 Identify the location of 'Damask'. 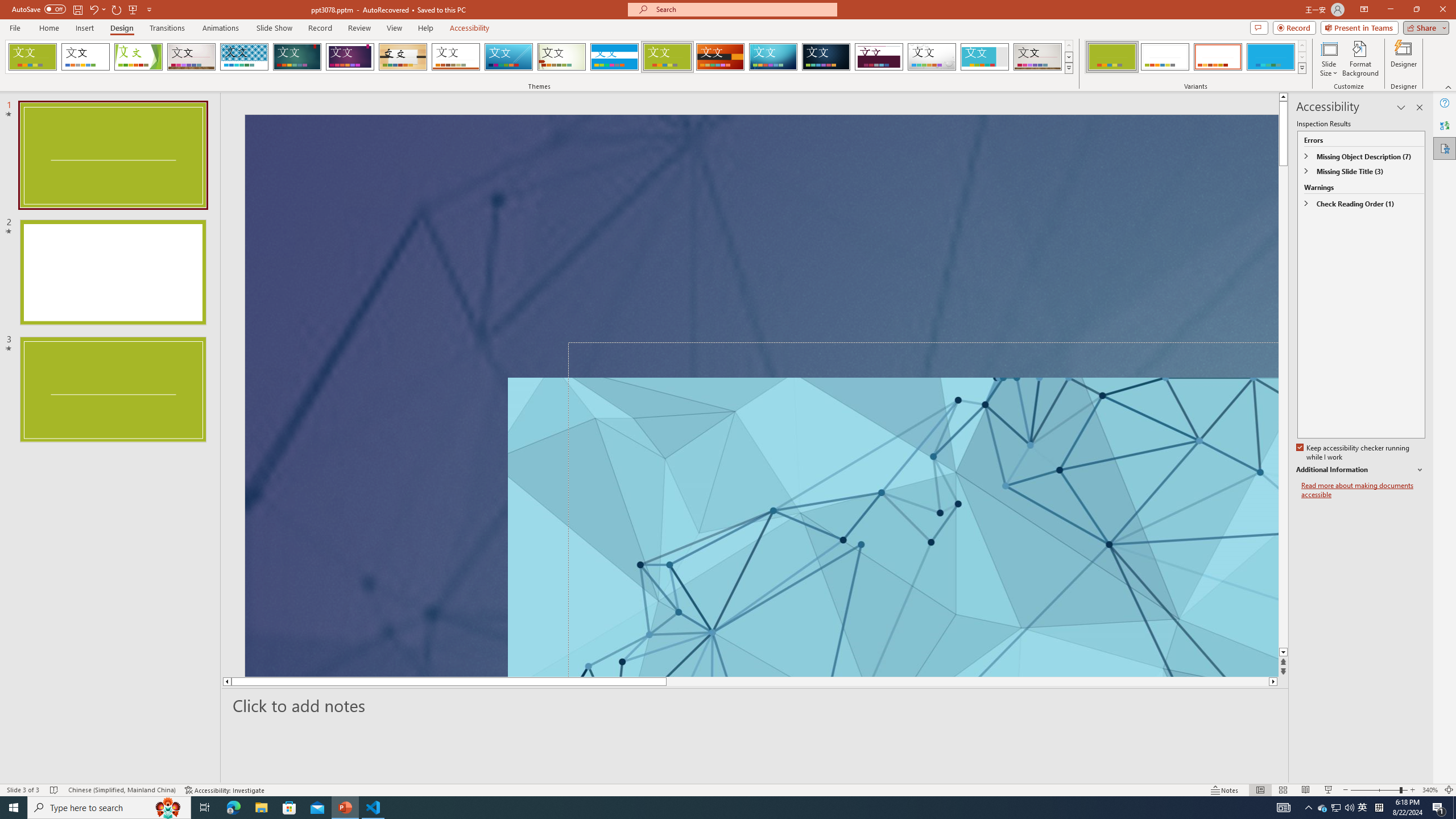
(825, 56).